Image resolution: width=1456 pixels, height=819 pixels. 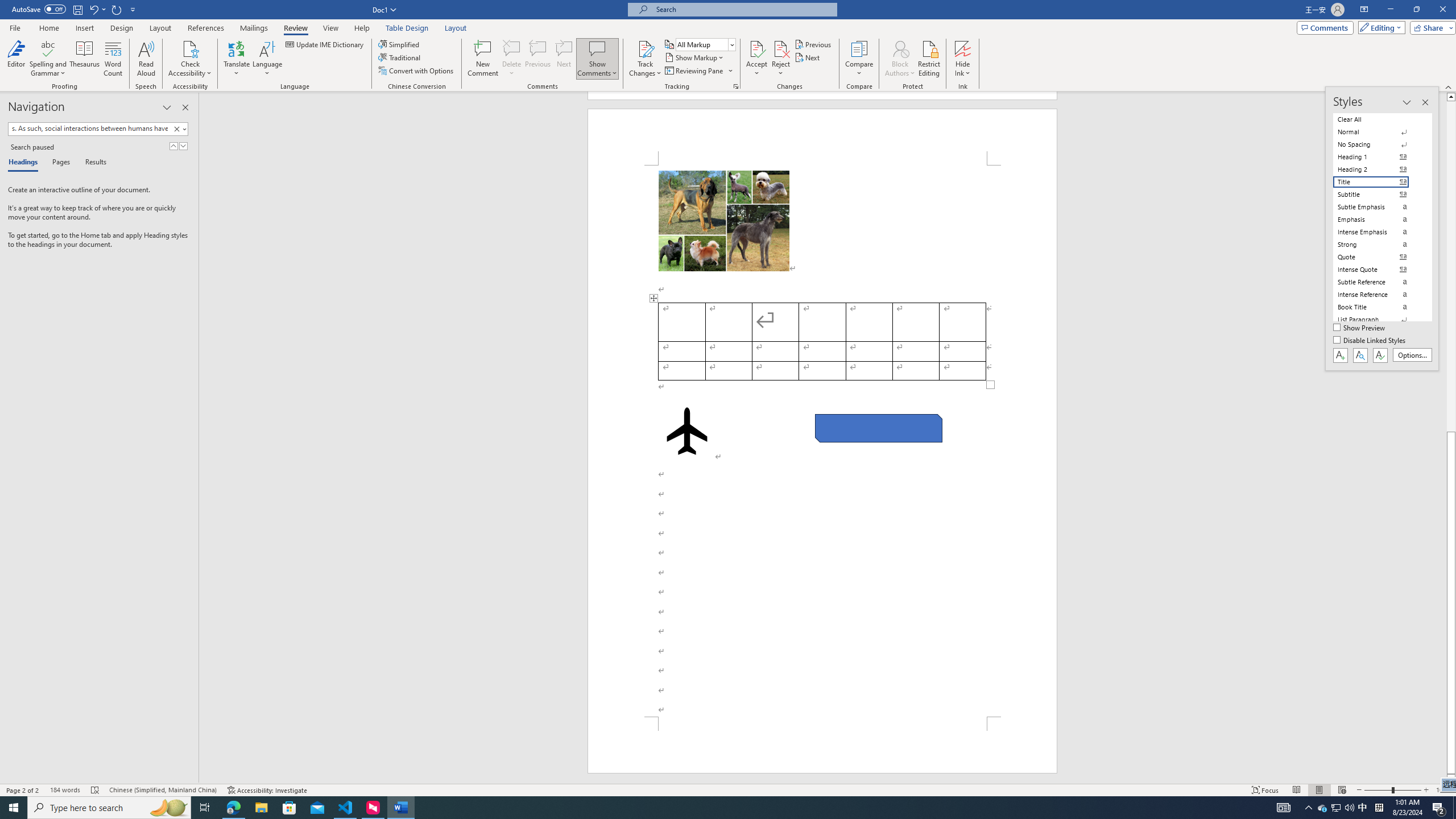 What do you see at coordinates (705, 44) in the screenshot?
I see `'Display for Review'` at bounding box center [705, 44].